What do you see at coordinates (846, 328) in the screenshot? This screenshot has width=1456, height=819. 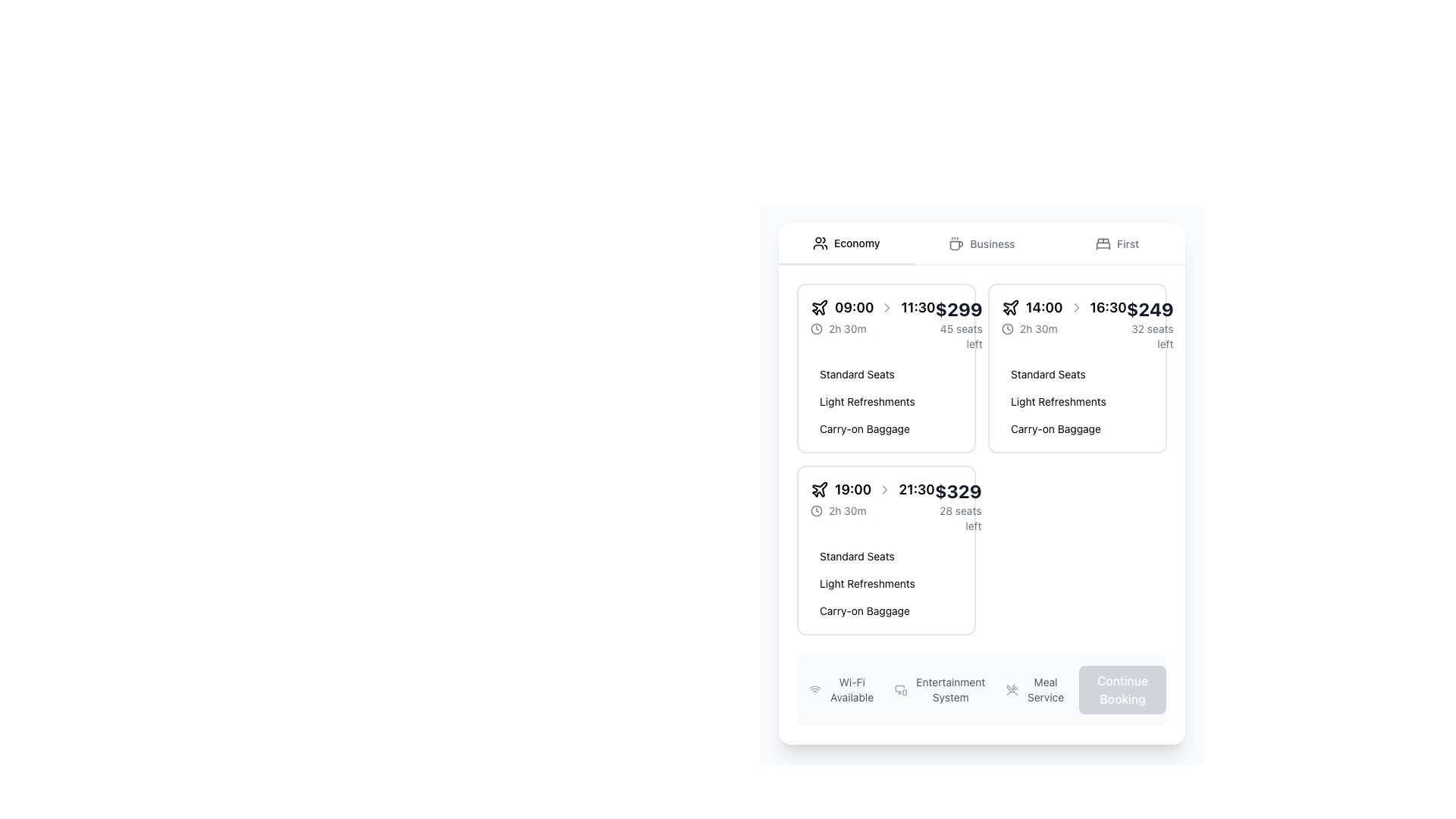 I see `the text displaying the flight duration '2h 30m', which is located below the flight times and pricing in the flight details card` at bounding box center [846, 328].